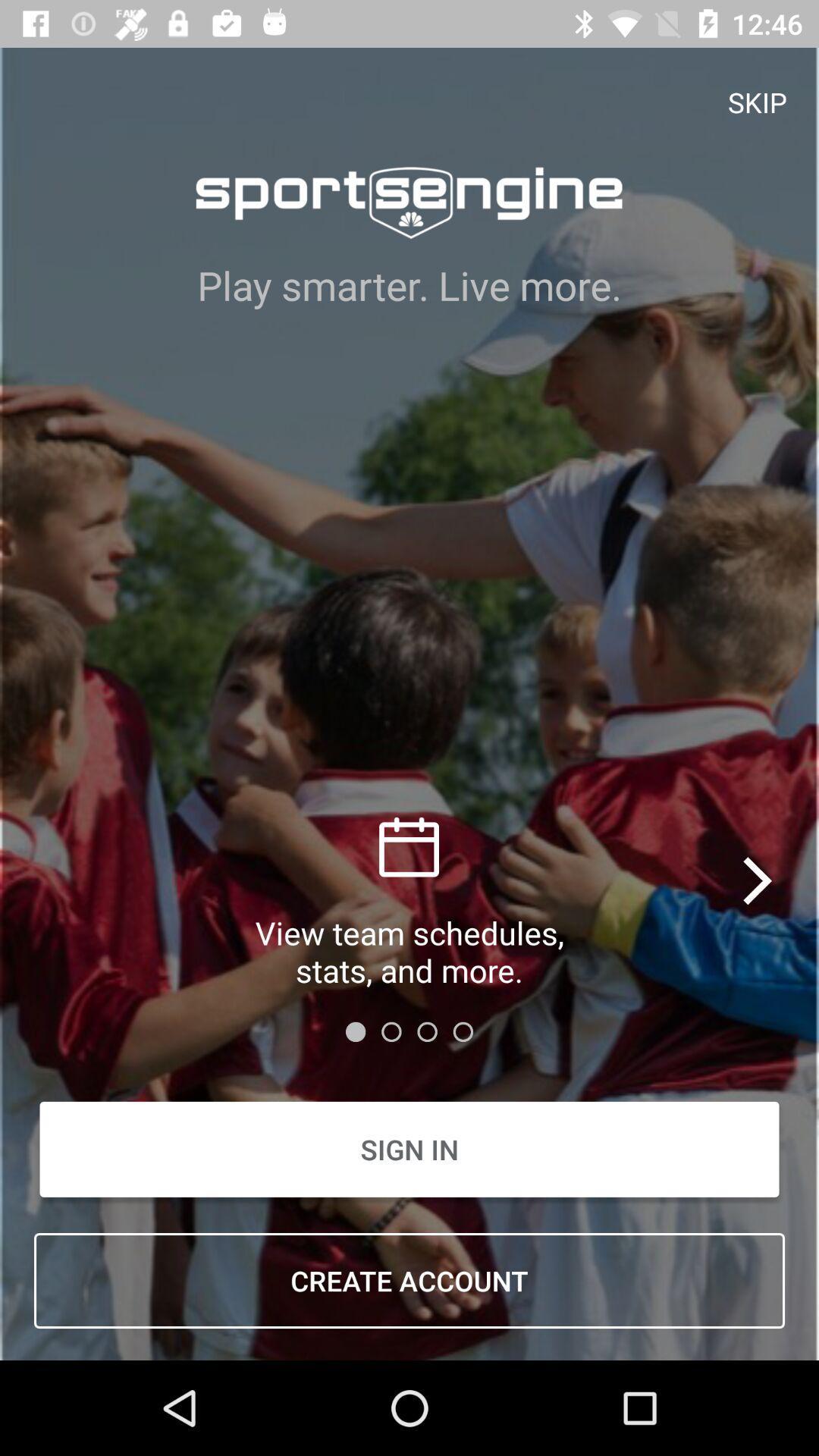  I want to click on sign in item, so click(409, 1149).